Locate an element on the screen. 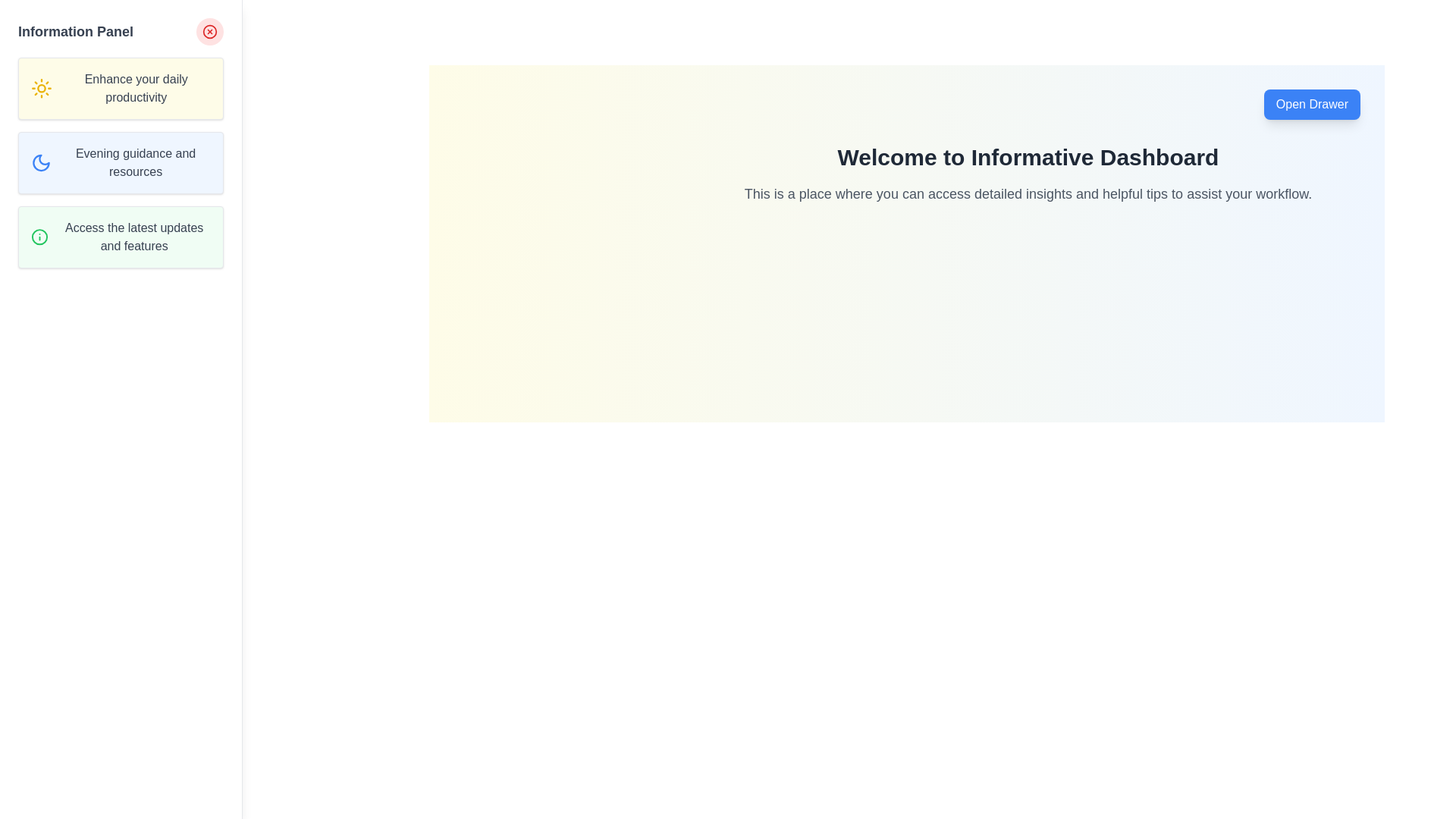  the close button located in the top-right corner of the 'Information Panel' section is located at coordinates (209, 32).